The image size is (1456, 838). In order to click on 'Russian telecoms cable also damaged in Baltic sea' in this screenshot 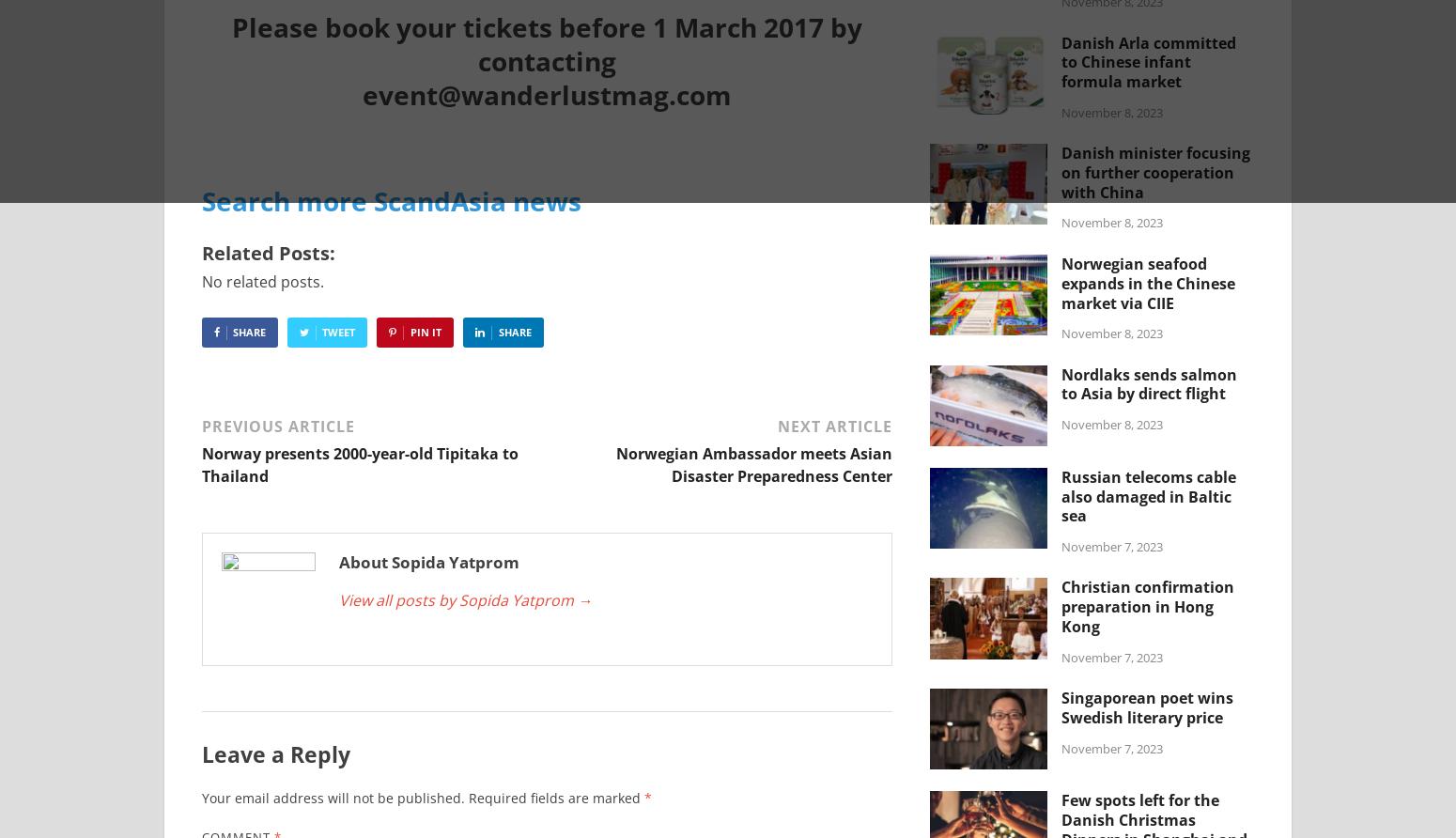, I will do `click(1148, 495)`.